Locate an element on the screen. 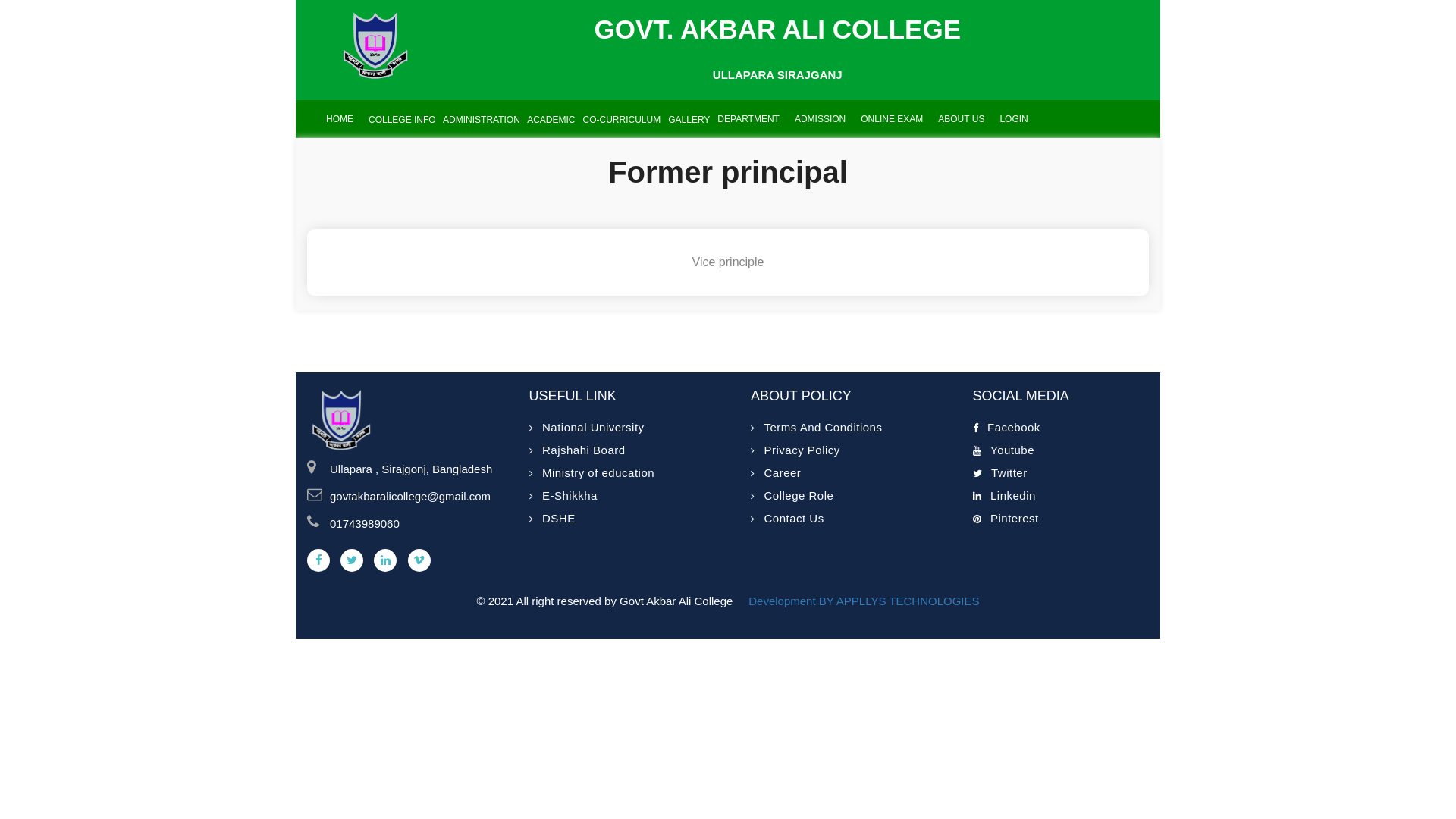 The image size is (1456, 819). 'LOGIN' is located at coordinates (1013, 118).